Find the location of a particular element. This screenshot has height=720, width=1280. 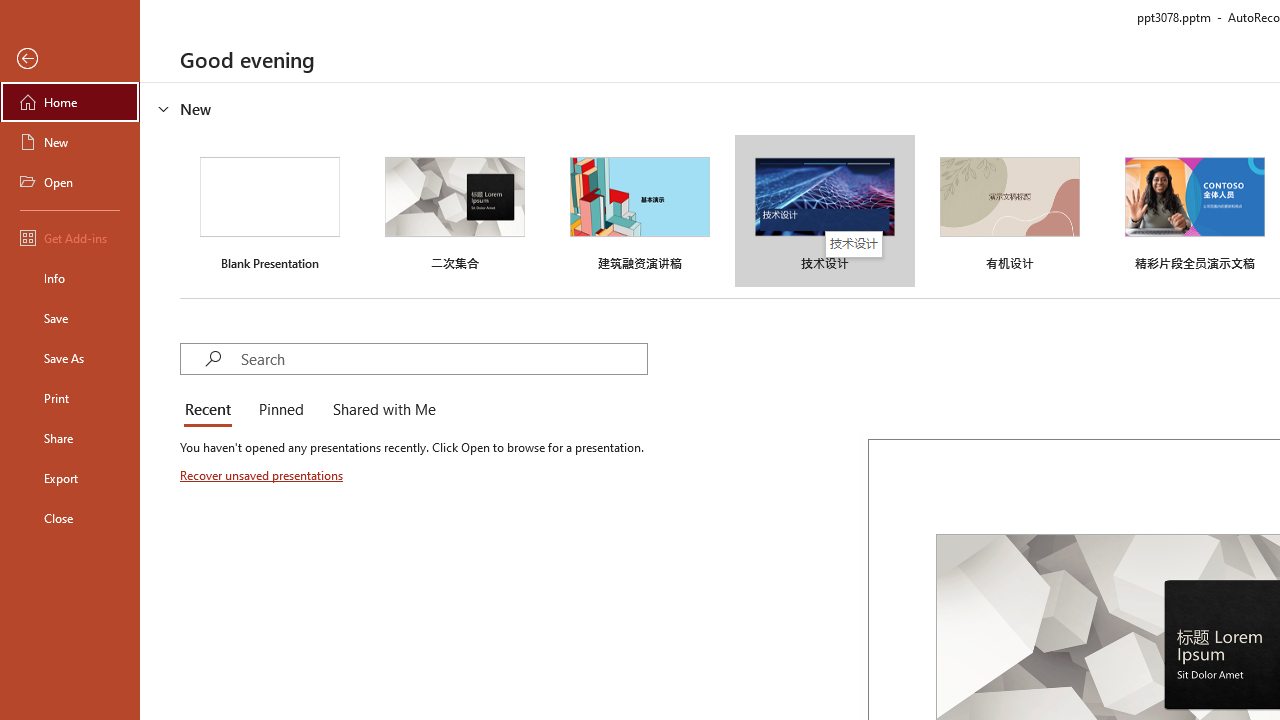

'Blank Presentation' is located at coordinates (269, 211).